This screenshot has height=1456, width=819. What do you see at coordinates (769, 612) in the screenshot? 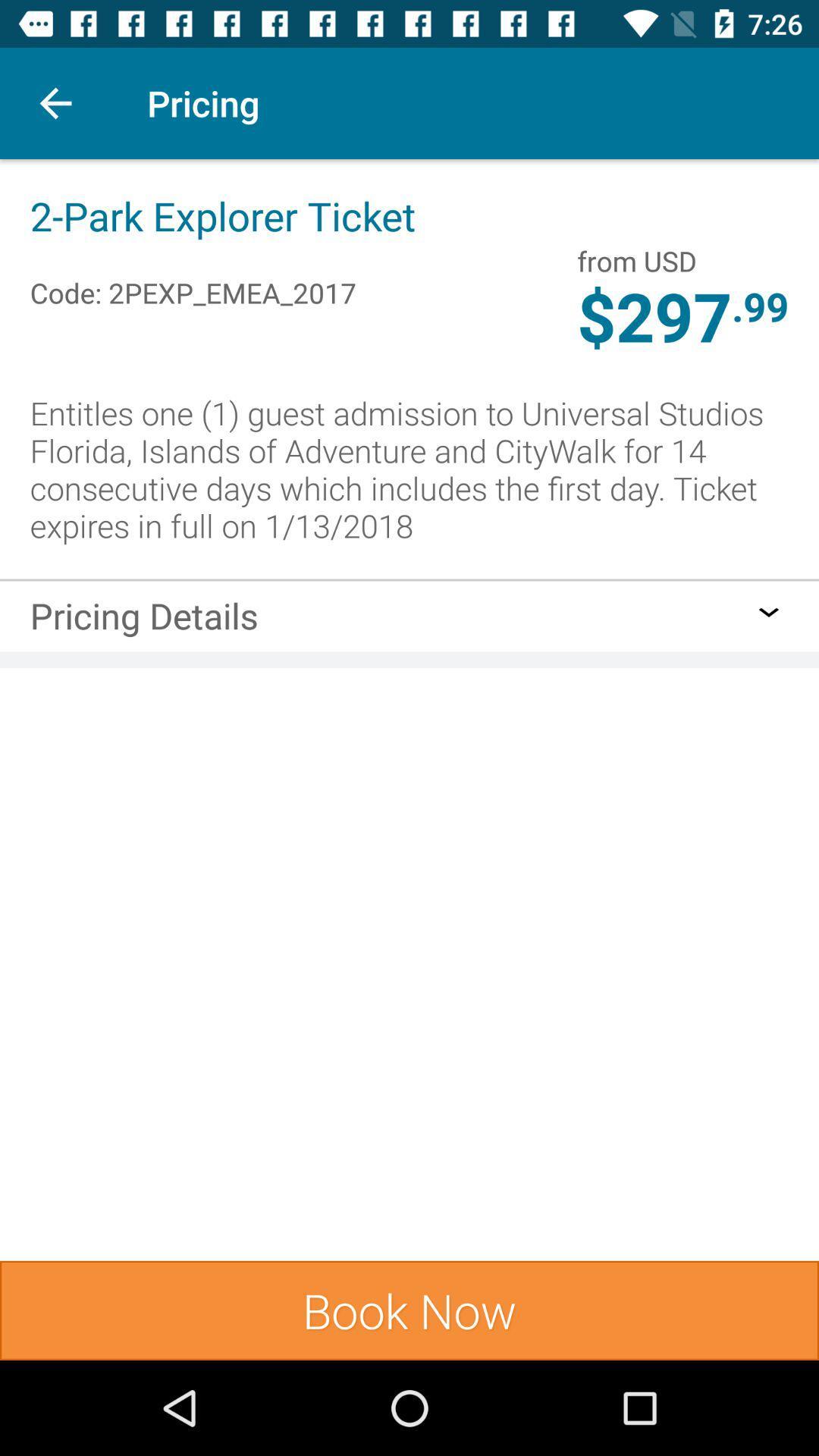
I see `icon next to the pricing details icon` at bounding box center [769, 612].